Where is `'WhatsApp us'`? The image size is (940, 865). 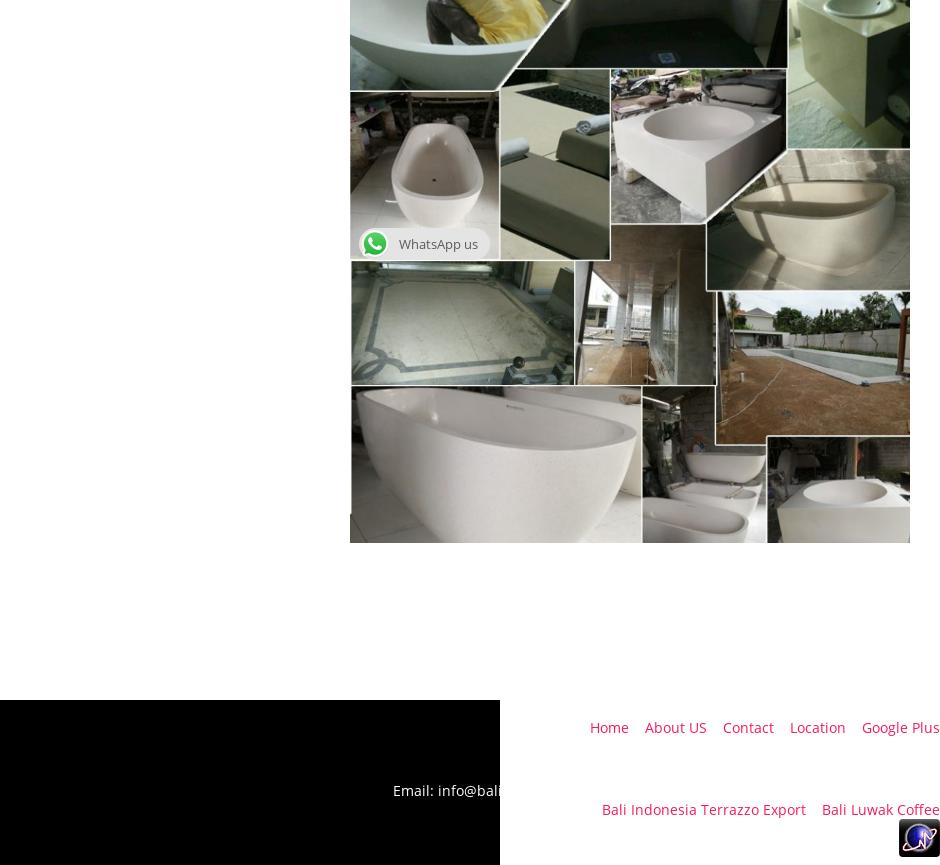 'WhatsApp us' is located at coordinates (437, 243).